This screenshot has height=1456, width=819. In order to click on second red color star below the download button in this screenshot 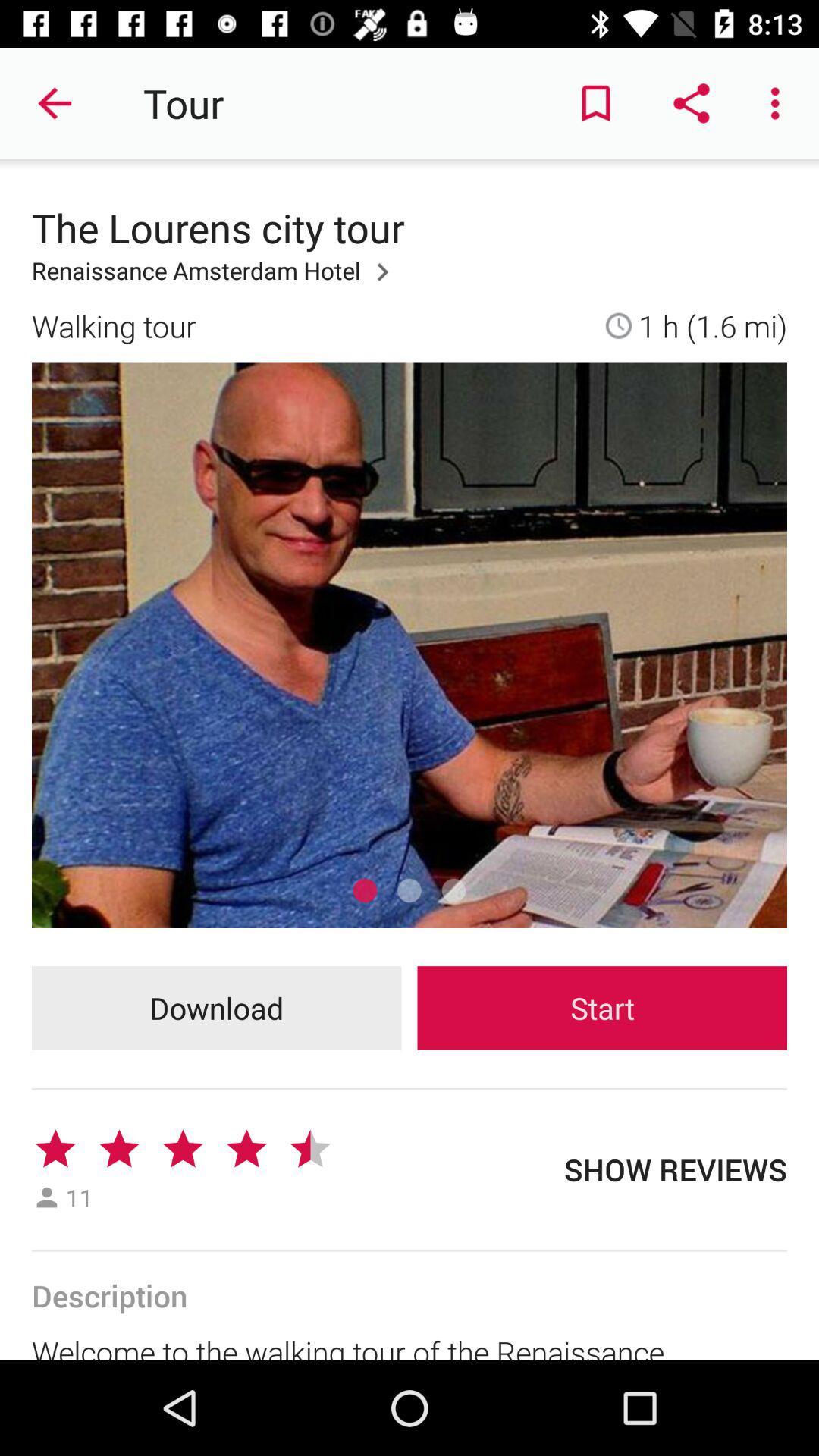, I will do `click(118, 1149)`.